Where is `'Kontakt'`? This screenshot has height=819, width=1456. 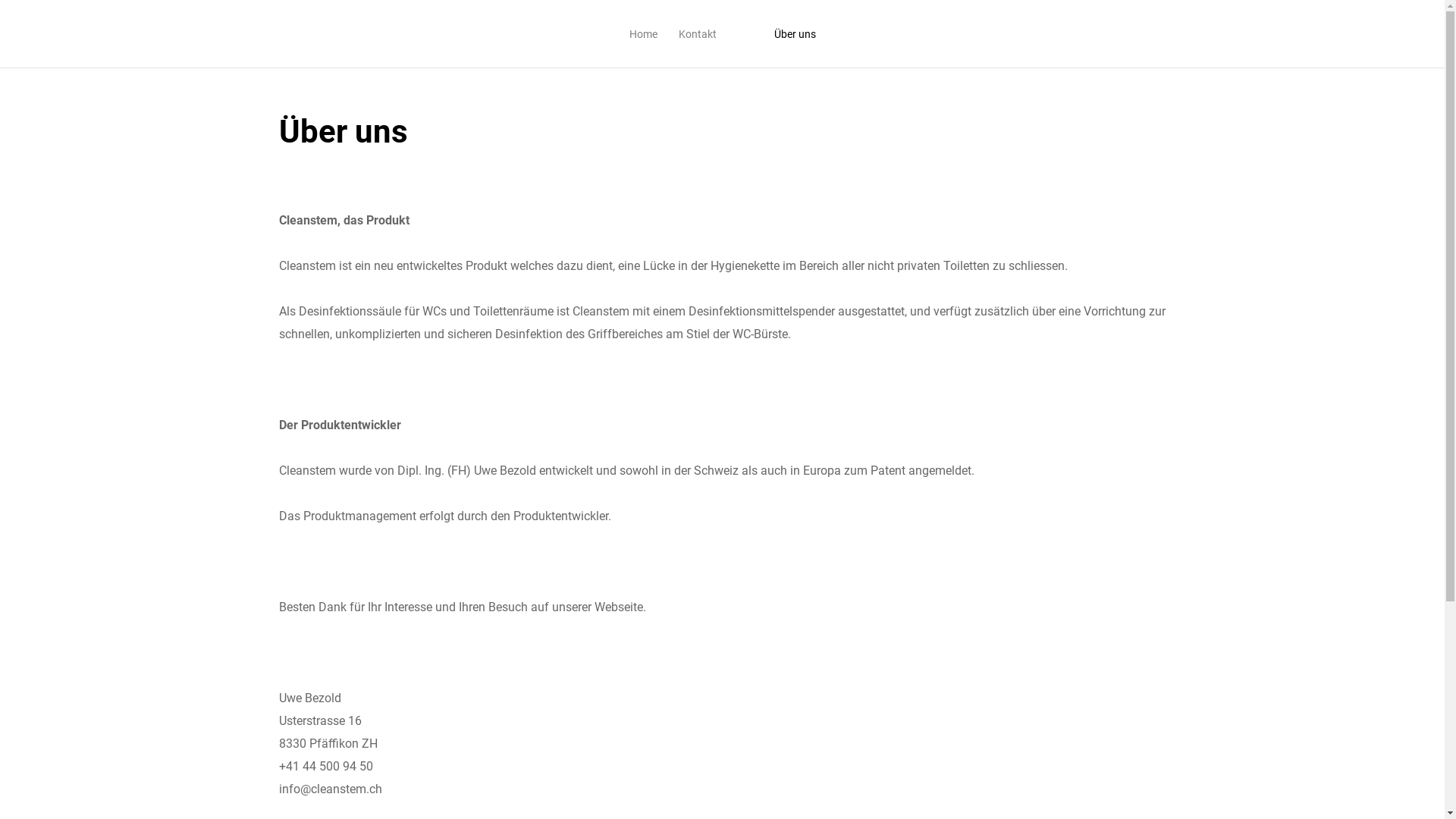 'Kontakt' is located at coordinates (695, 34).